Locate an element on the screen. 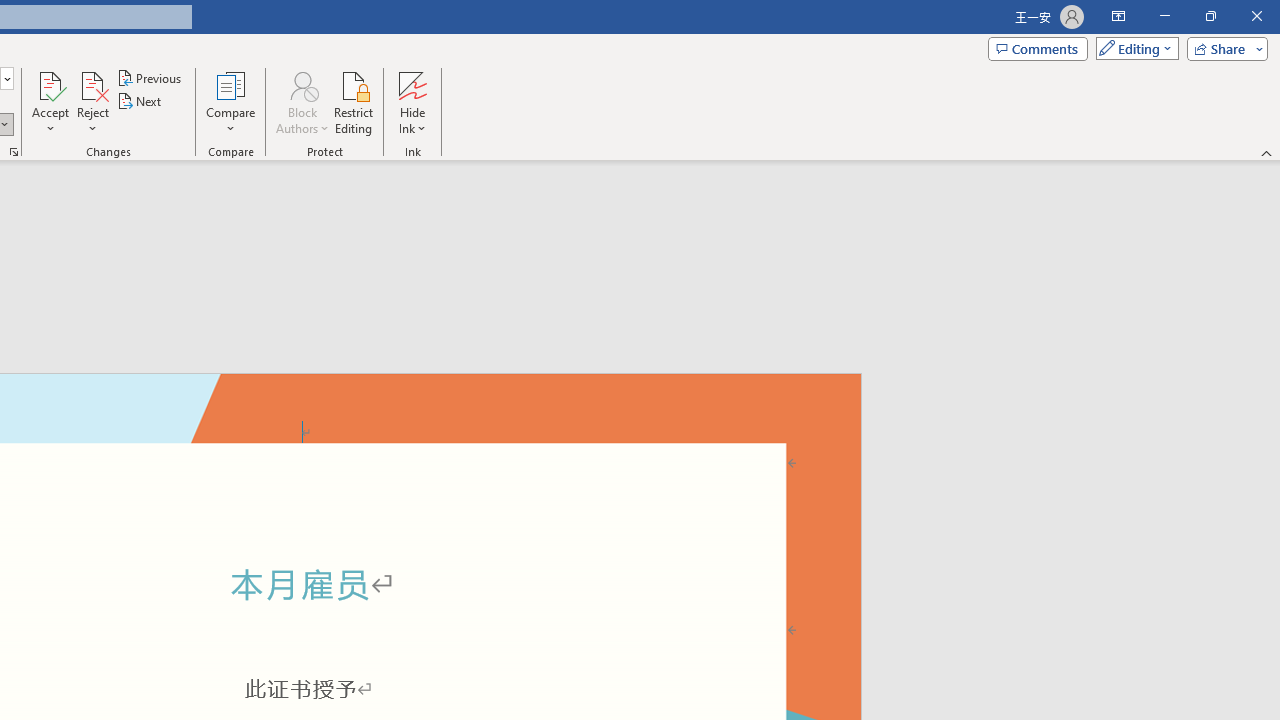 The image size is (1280, 720). 'Reject and Move to Next' is located at coordinates (91, 84).